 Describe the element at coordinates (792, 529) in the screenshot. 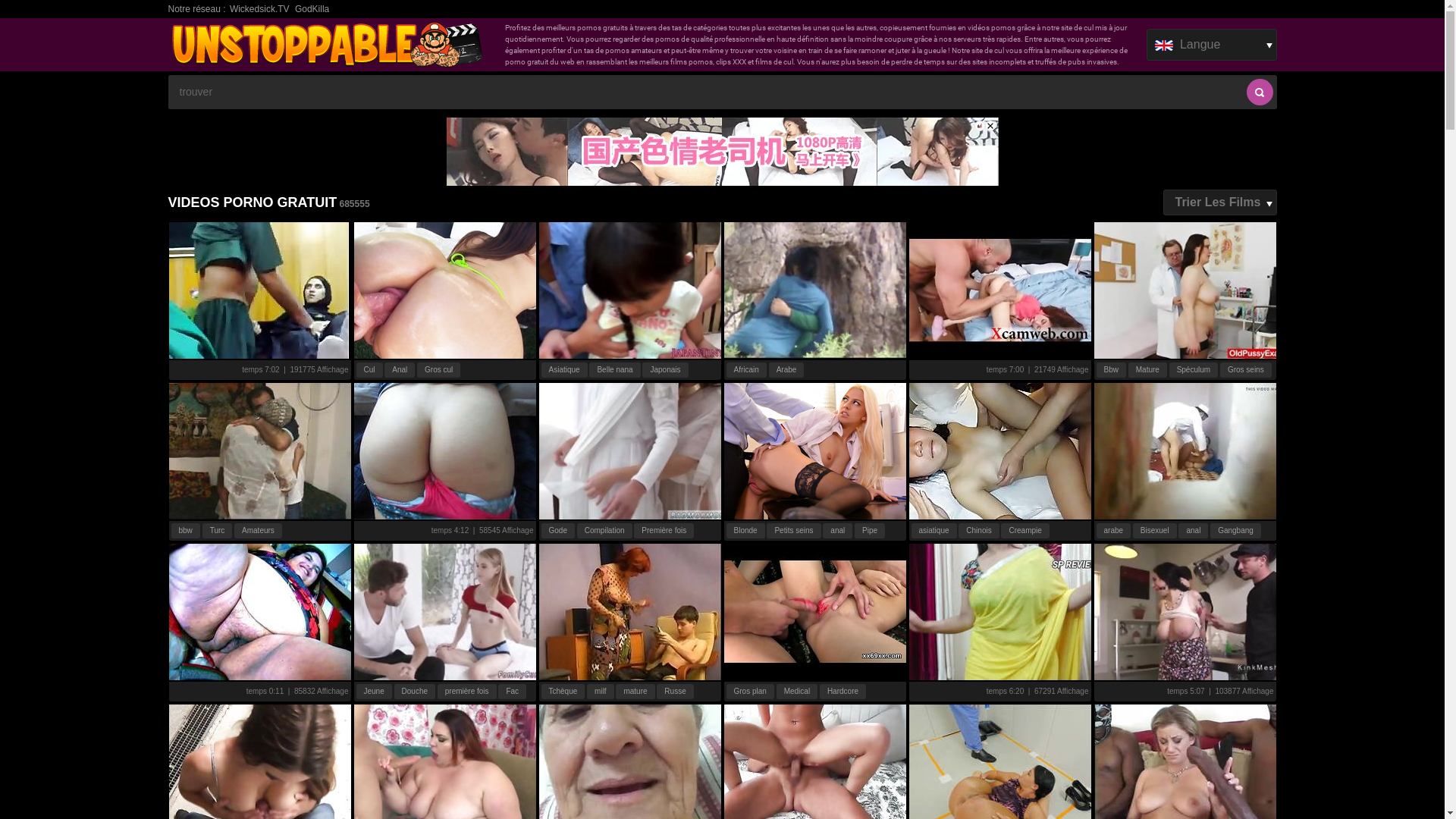

I see `'Petits seins'` at that location.